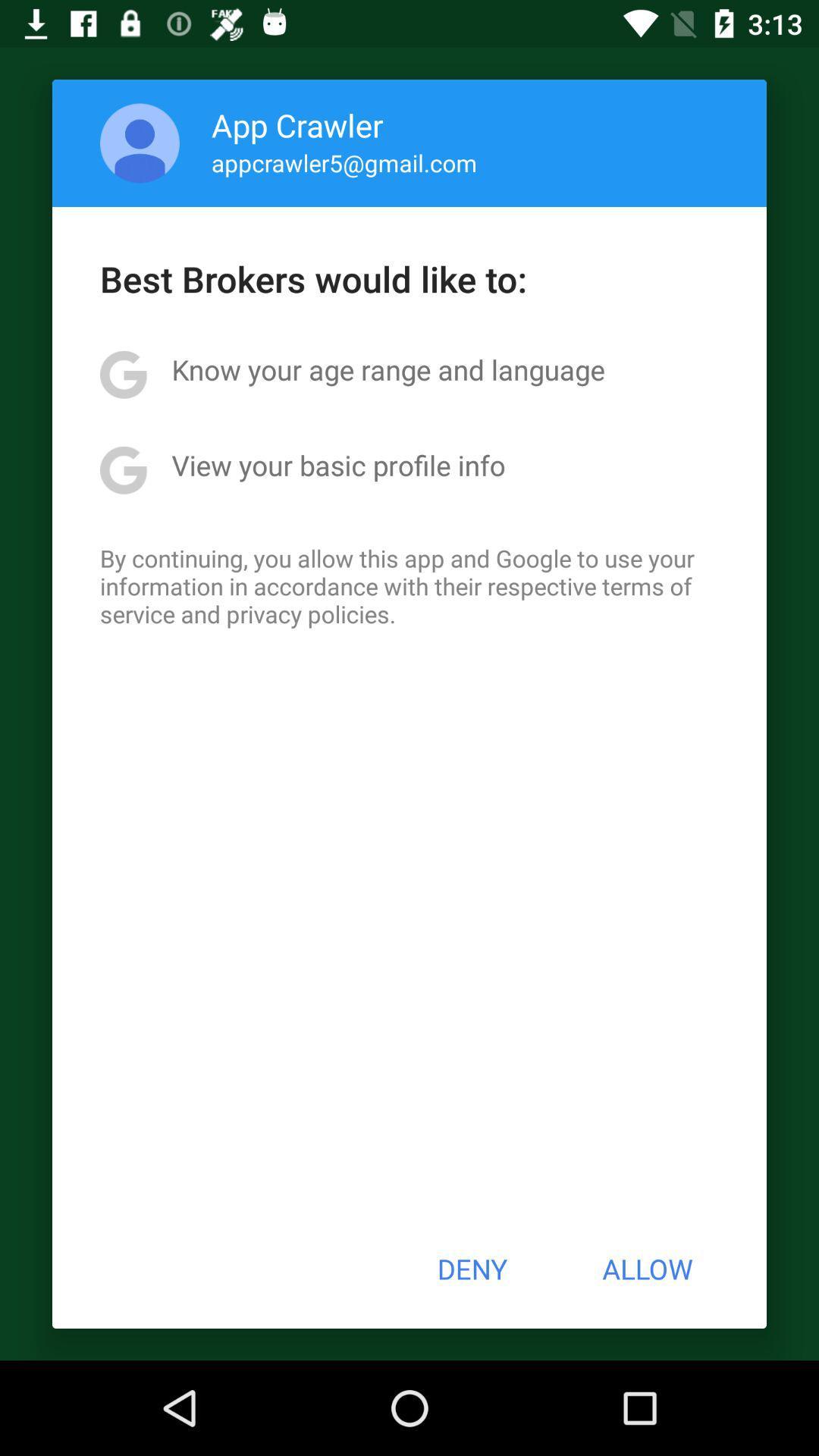  What do you see at coordinates (471, 1269) in the screenshot?
I see `the icon below by continuing you app` at bounding box center [471, 1269].